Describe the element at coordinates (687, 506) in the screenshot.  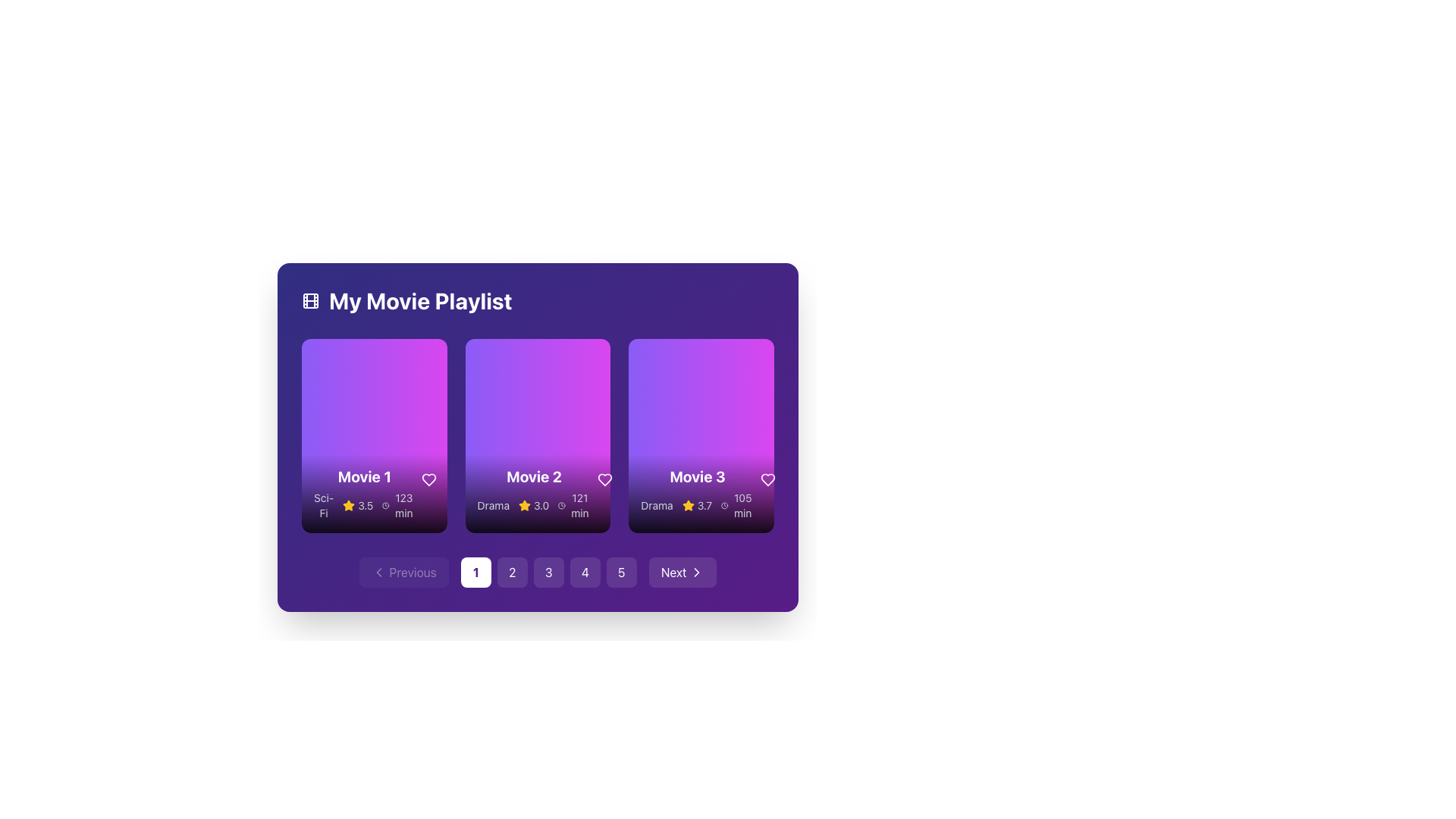
I see `the Rating icon (star) located in the rating section of the 'Movie 3' card, next to the numeric rating value` at that location.